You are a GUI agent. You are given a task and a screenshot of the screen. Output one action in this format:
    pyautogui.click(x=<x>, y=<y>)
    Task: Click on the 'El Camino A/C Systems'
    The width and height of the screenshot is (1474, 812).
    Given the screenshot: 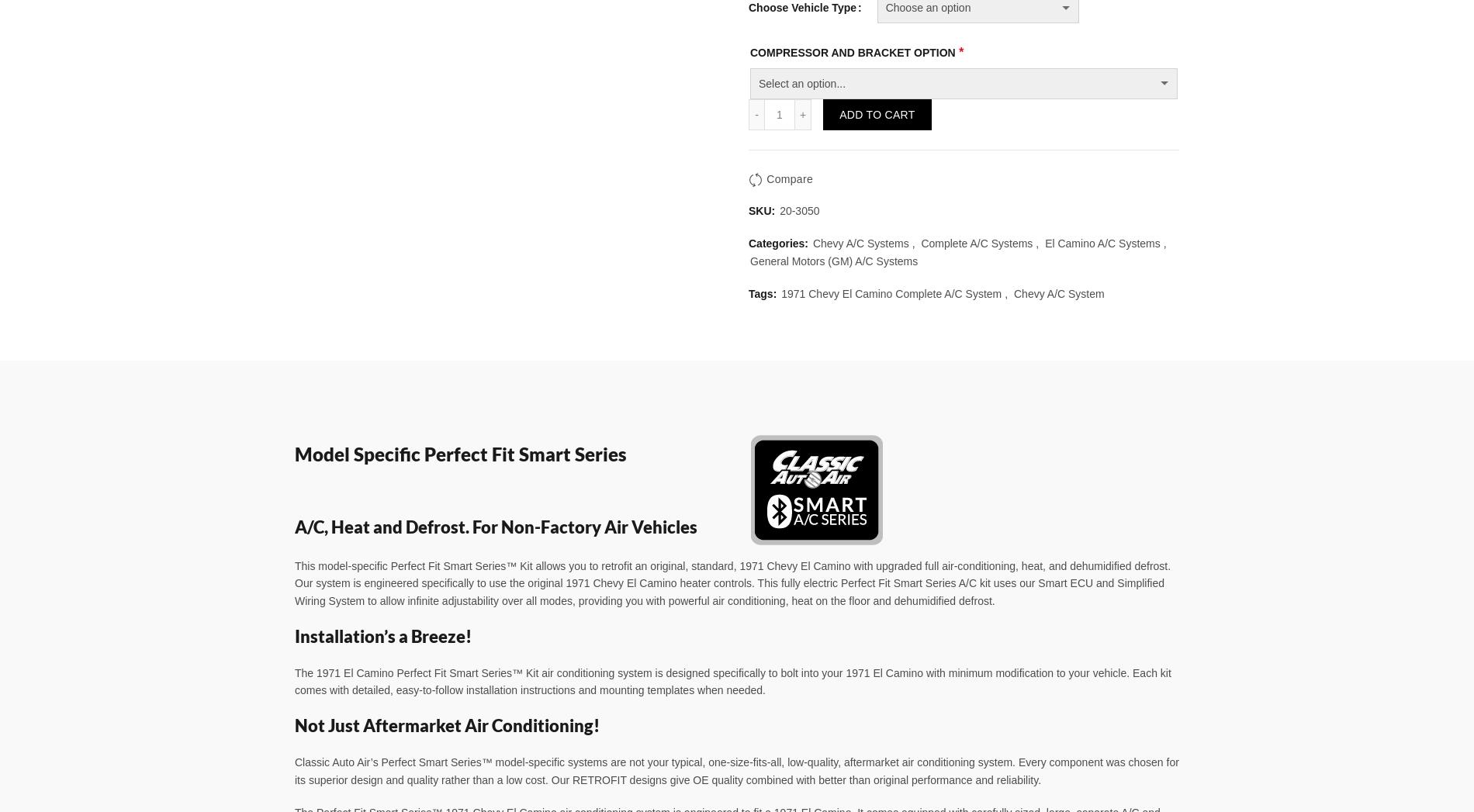 What is the action you would take?
    pyautogui.click(x=1102, y=242)
    